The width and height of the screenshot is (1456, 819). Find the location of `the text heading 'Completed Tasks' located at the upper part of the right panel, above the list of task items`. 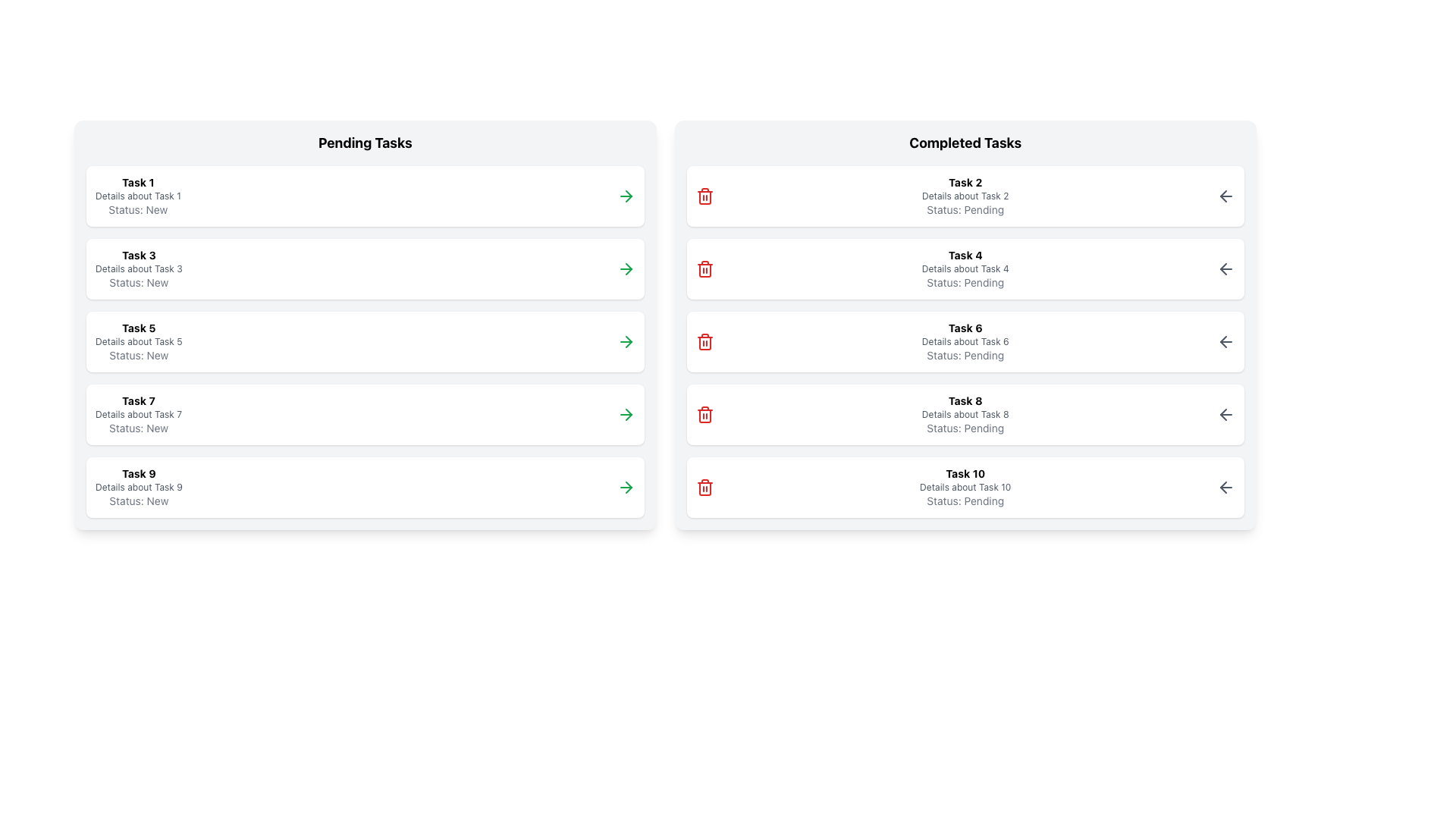

the text heading 'Completed Tasks' located at the upper part of the right panel, above the list of task items is located at coordinates (965, 143).